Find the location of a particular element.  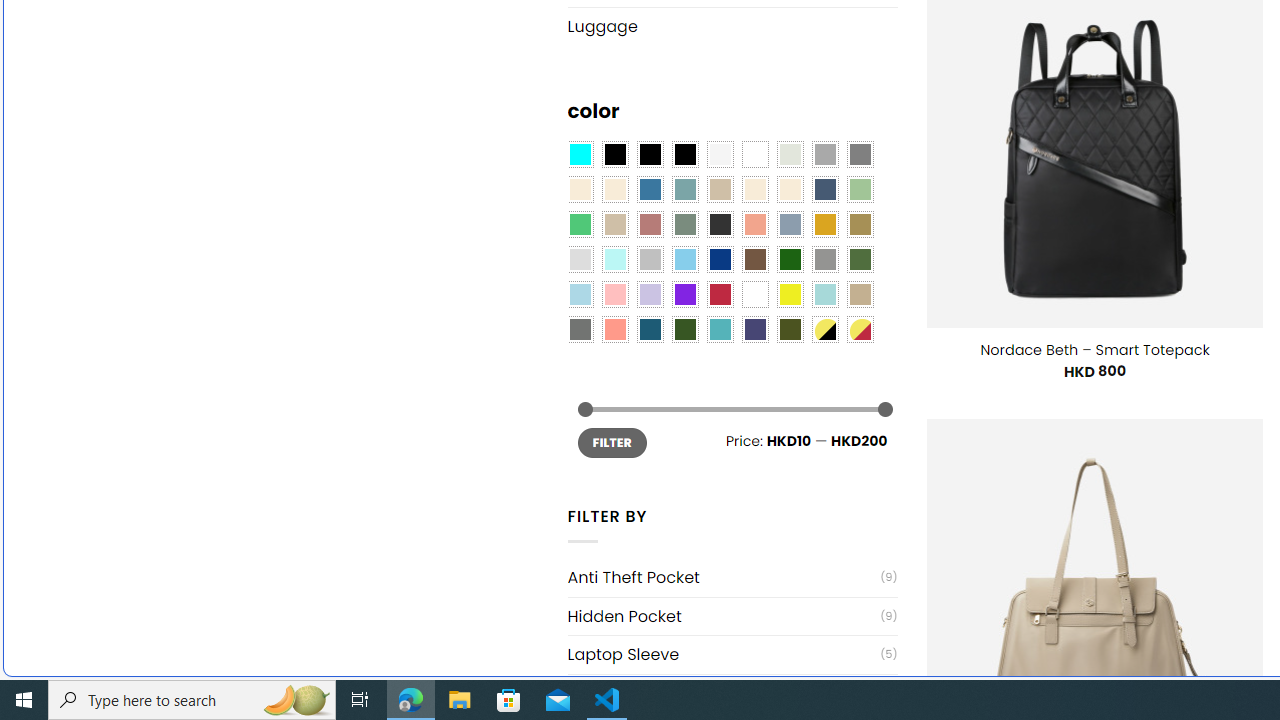

'Silver' is located at coordinates (650, 258).